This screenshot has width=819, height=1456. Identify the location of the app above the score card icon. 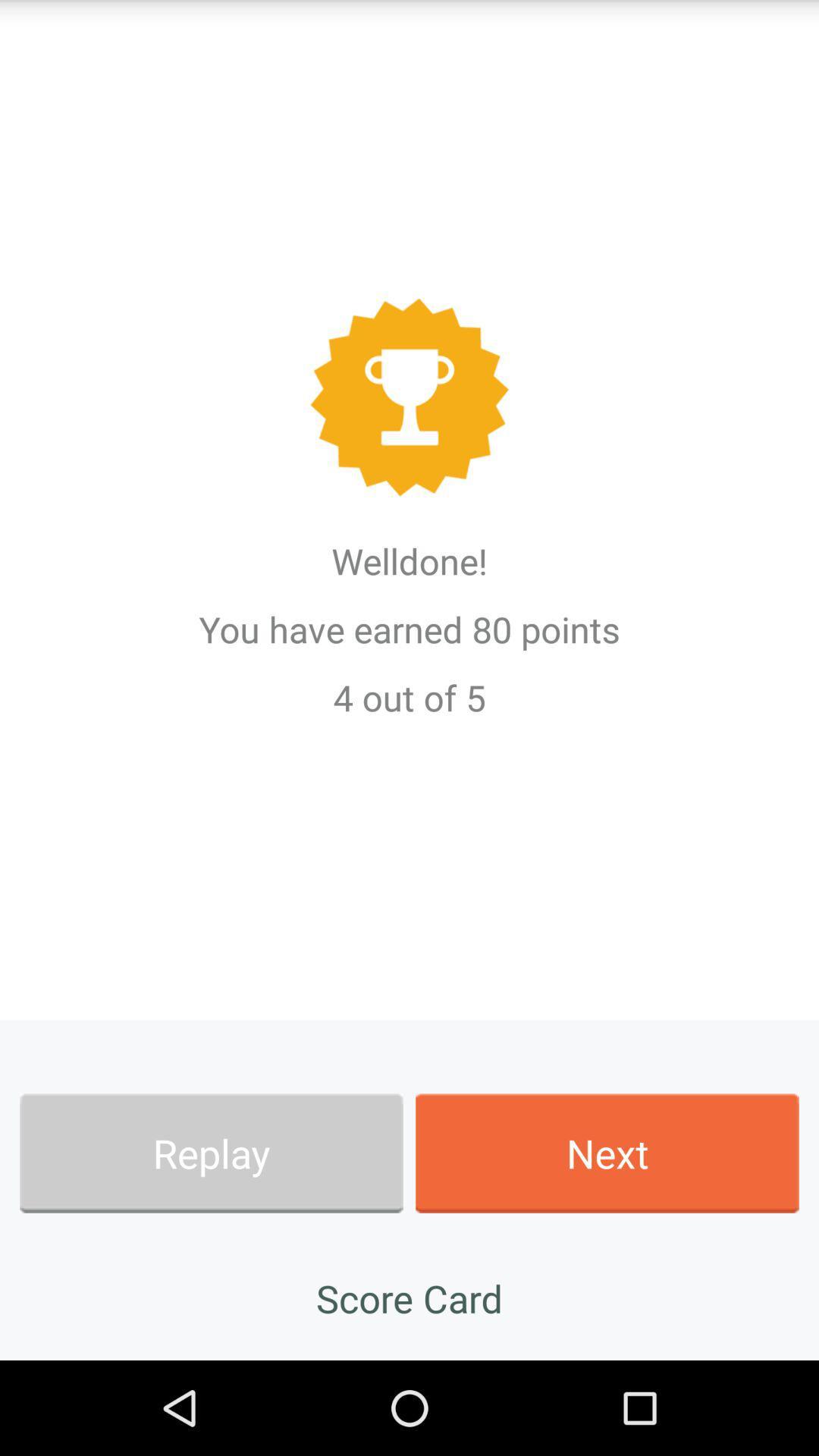
(211, 1153).